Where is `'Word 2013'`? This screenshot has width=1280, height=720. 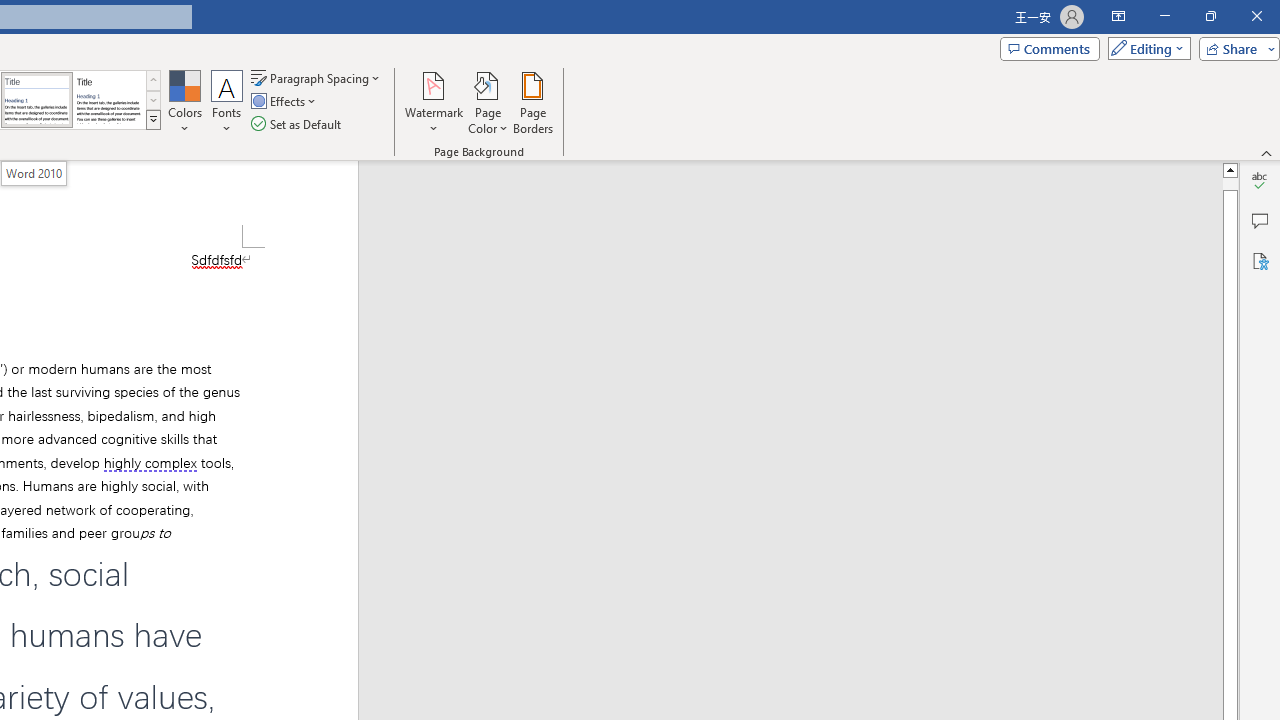
'Word 2013' is located at coordinates (107, 100).